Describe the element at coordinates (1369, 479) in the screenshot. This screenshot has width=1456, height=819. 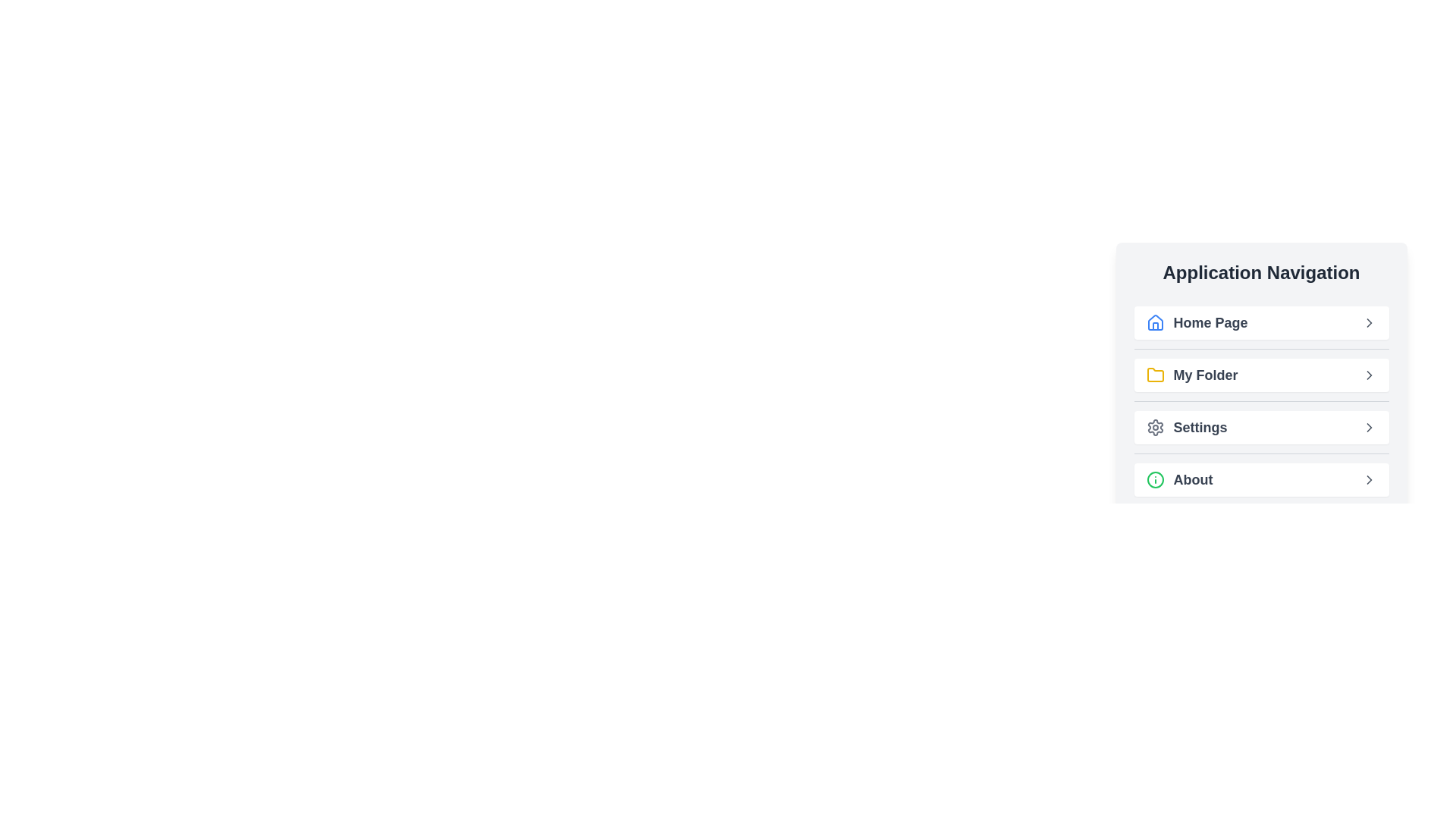
I see `the right-facing chevron icon located inside the 'About' navigation entry, positioned at the far right edge of the entry row` at that location.